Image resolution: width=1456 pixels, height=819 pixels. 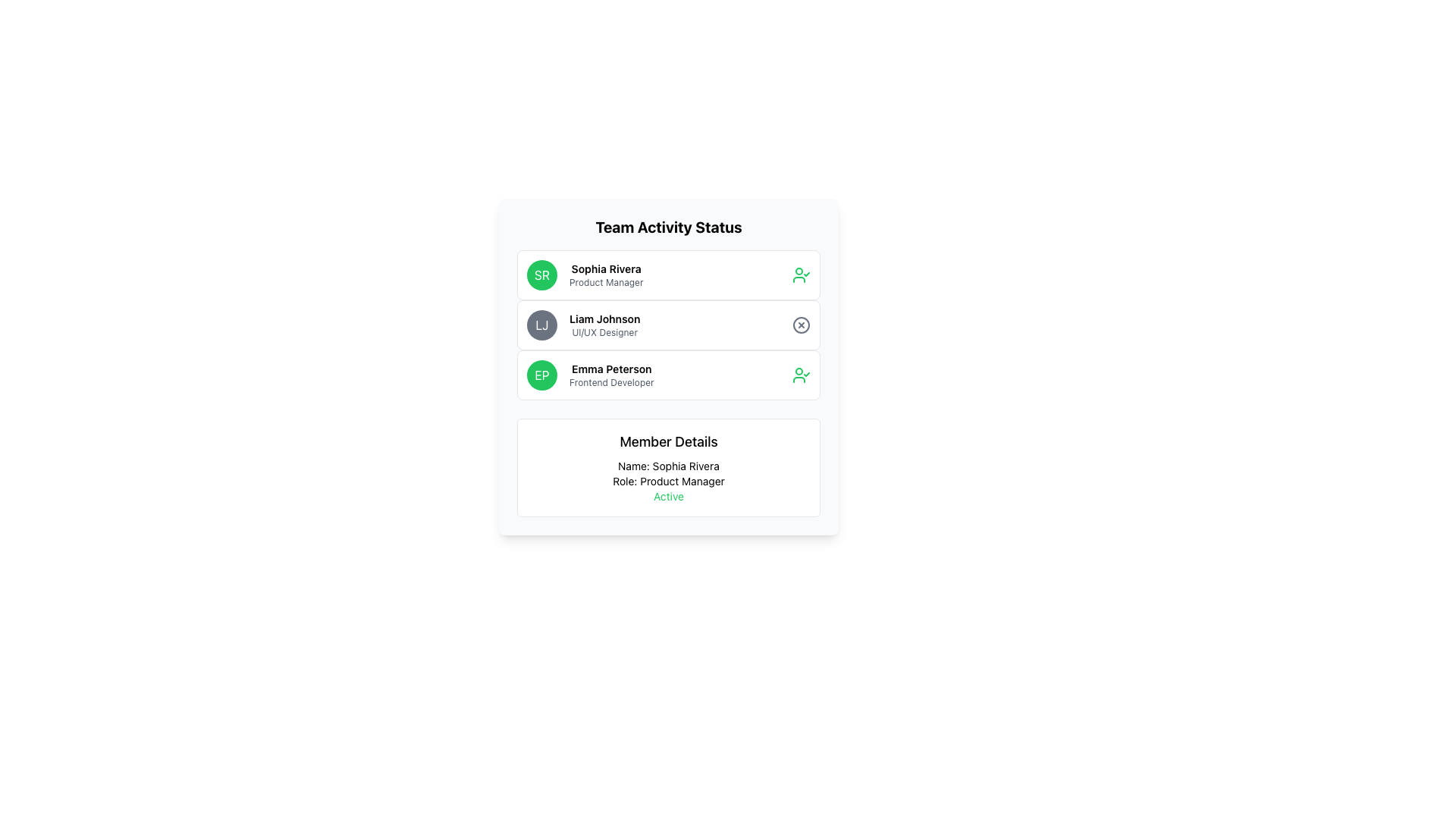 I want to click on the static text label displaying 'Sophia Rivera' which is positioned above the descriptor 'Product Manager' in the 'Team Activity Status' section, so click(x=605, y=268).